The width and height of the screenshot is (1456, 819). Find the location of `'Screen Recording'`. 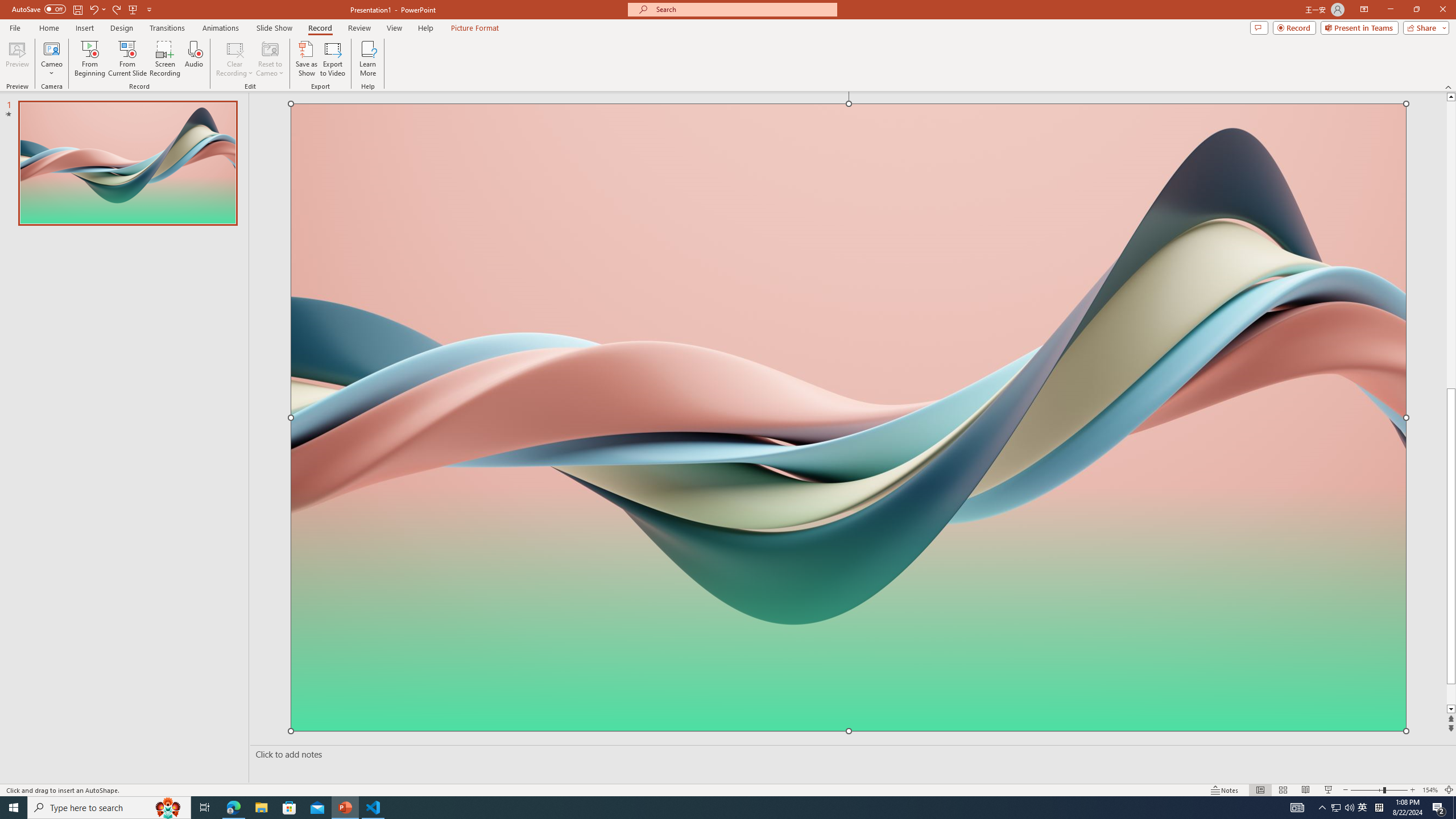

'Screen Recording' is located at coordinates (164, 59).